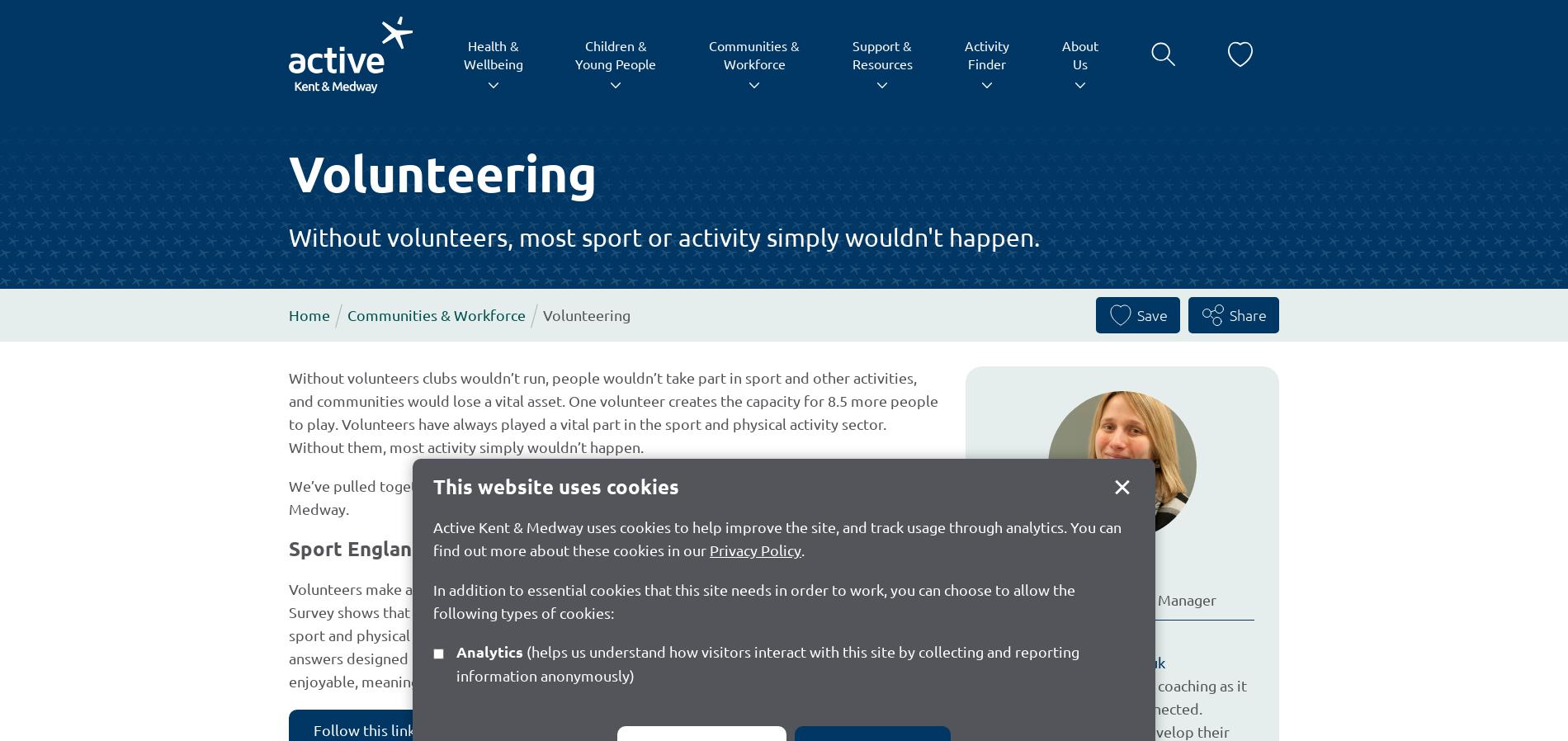  Describe the element at coordinates (1098, 662) in the screenshot. I see `'l.arnold@kent.ac.uk'` at that location.